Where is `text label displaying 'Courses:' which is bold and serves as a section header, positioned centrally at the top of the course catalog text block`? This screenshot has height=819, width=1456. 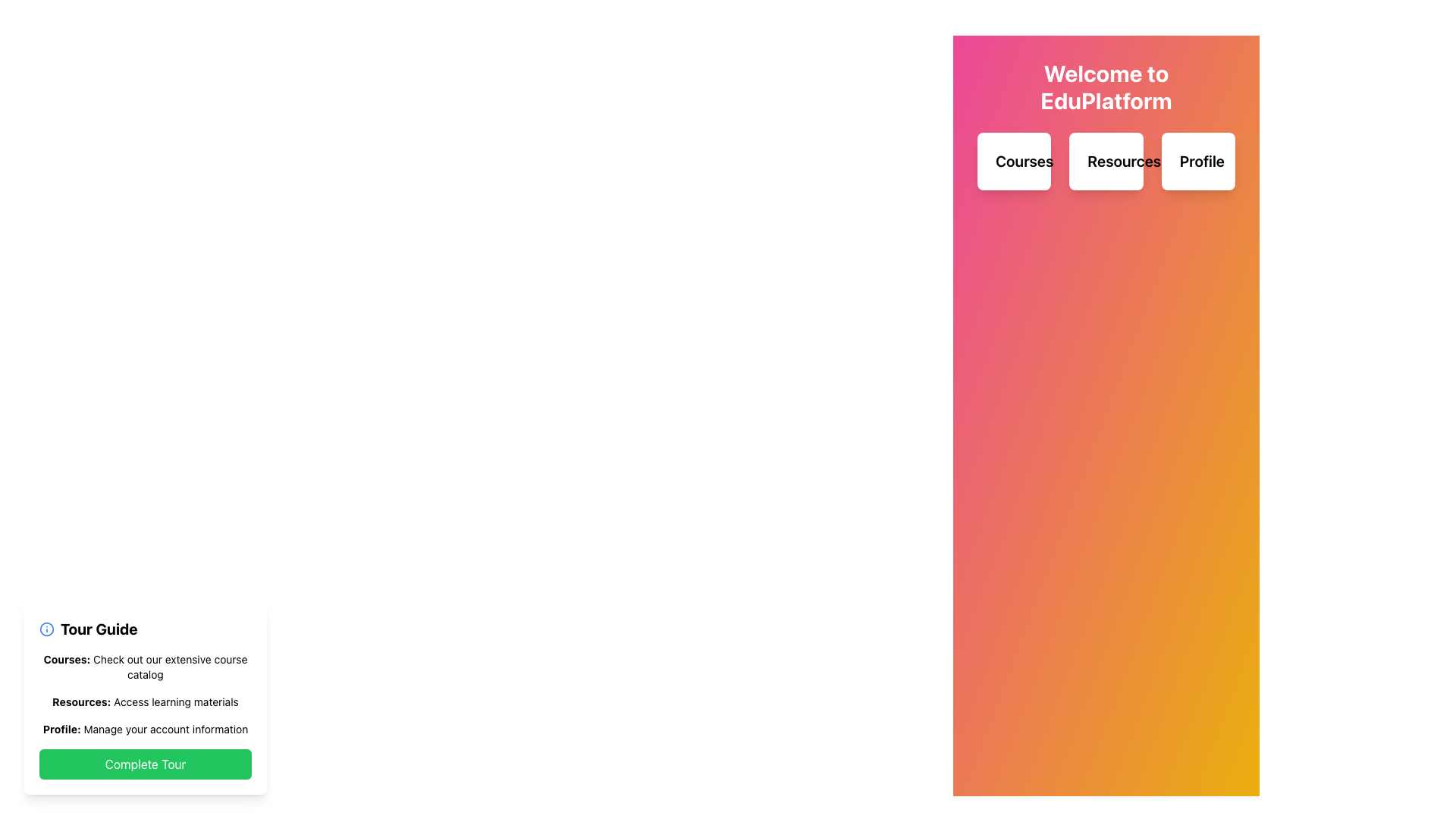 text label displaying 'Courses:' which is bold and serves as a section header, positioned centrally at the top of the course catalog text block is located at coordinates (66, 658).